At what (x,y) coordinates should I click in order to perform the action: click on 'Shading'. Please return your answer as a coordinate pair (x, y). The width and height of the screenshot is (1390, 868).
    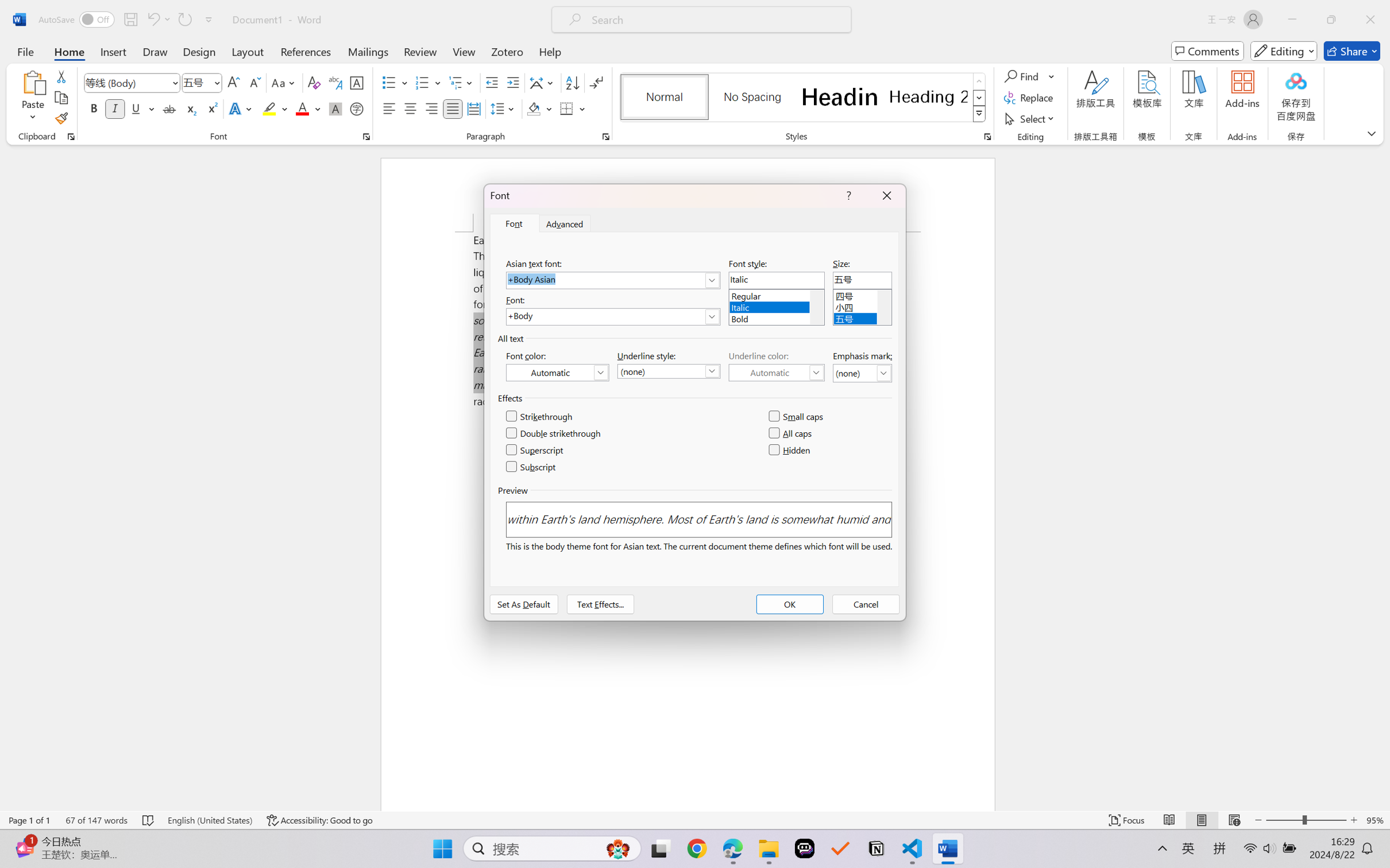
    Looking at the image, I should click on (539, 108).